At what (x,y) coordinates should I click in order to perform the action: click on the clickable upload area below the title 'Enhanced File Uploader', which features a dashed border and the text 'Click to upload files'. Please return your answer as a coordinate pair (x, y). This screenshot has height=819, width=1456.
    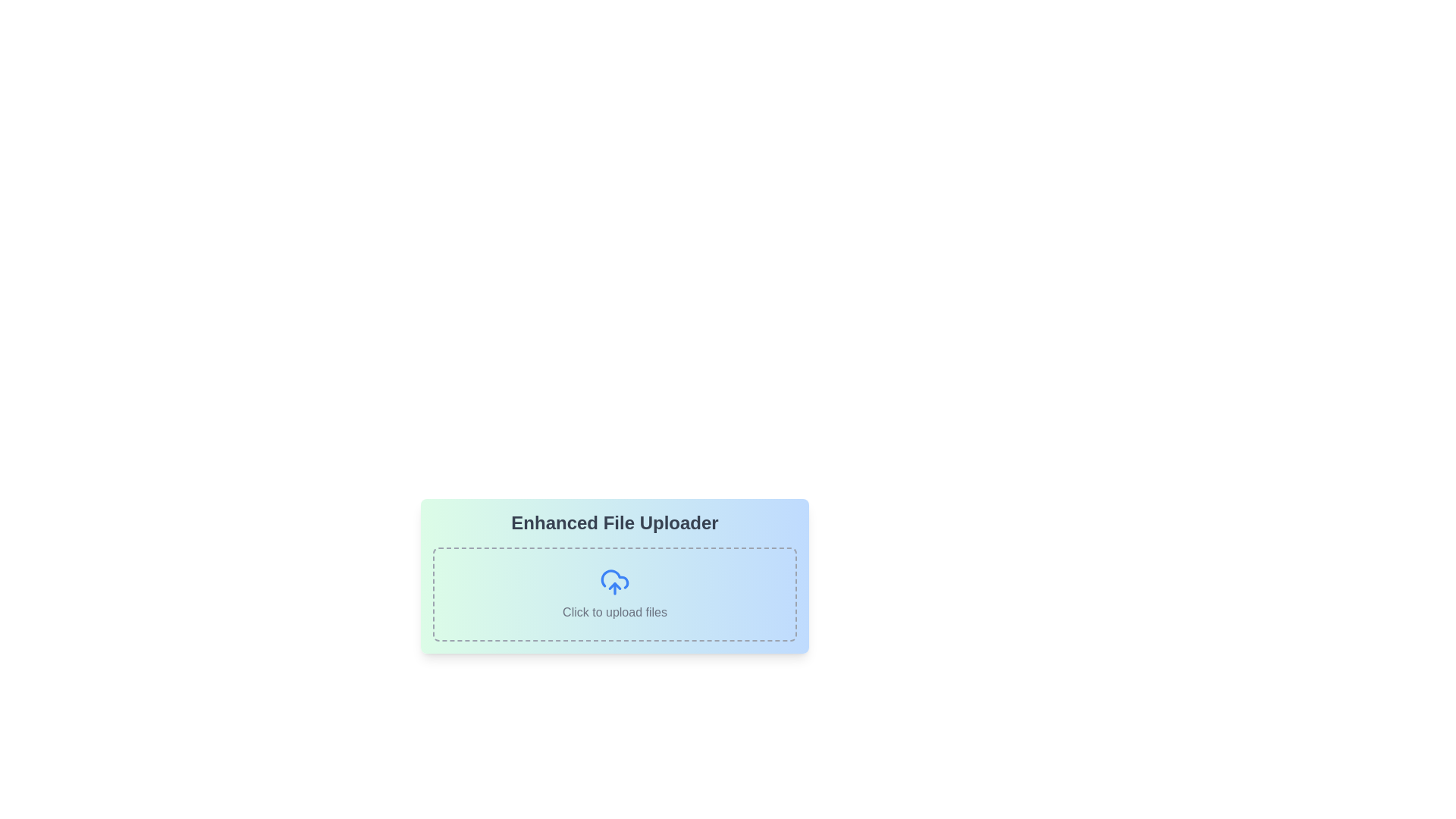
    Looking at the image, I should click on (615, 593).